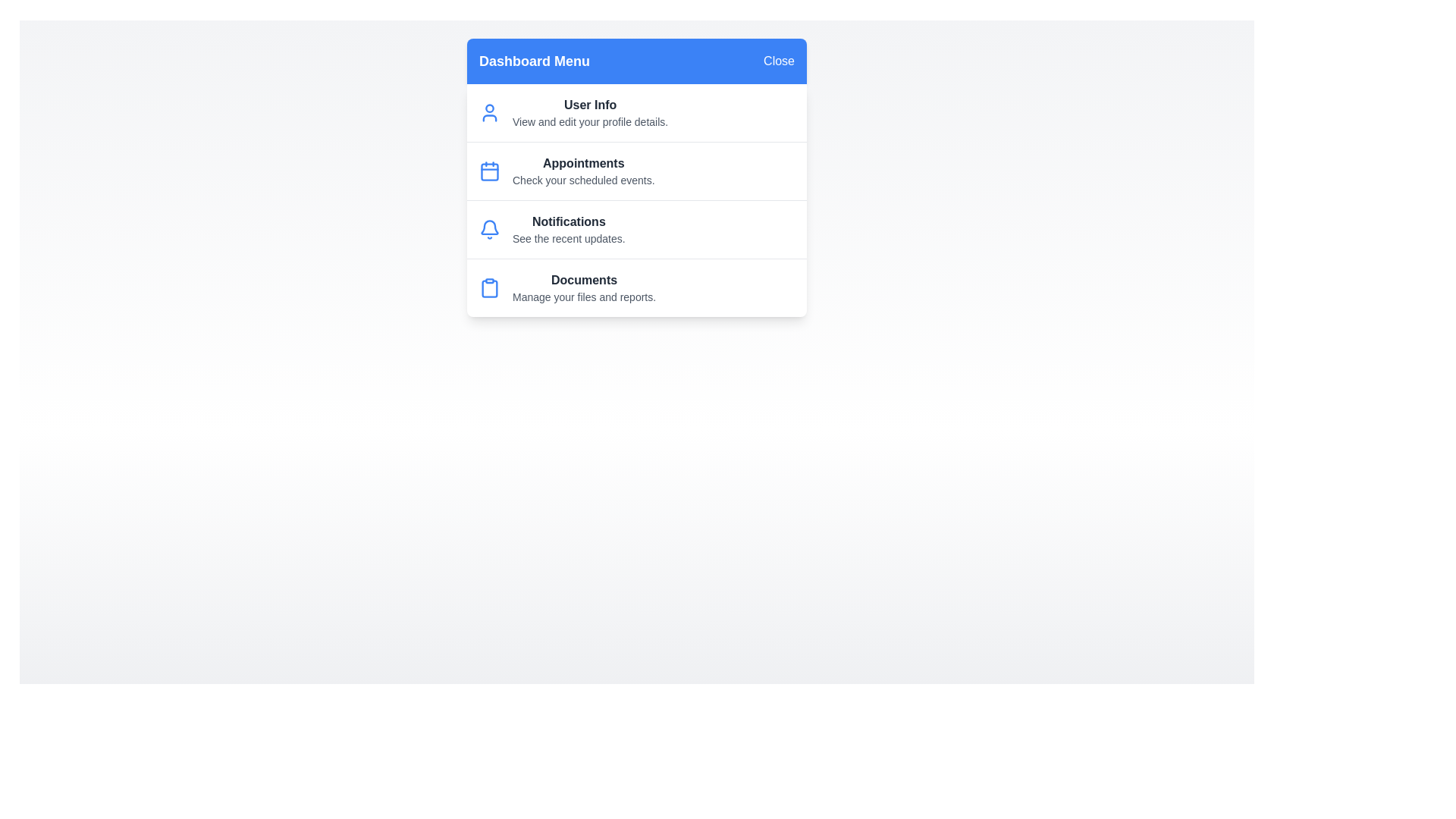  Describe the element at coordinates (490, 288) in the screenshot. I see `the icon representing Documents` at that location.